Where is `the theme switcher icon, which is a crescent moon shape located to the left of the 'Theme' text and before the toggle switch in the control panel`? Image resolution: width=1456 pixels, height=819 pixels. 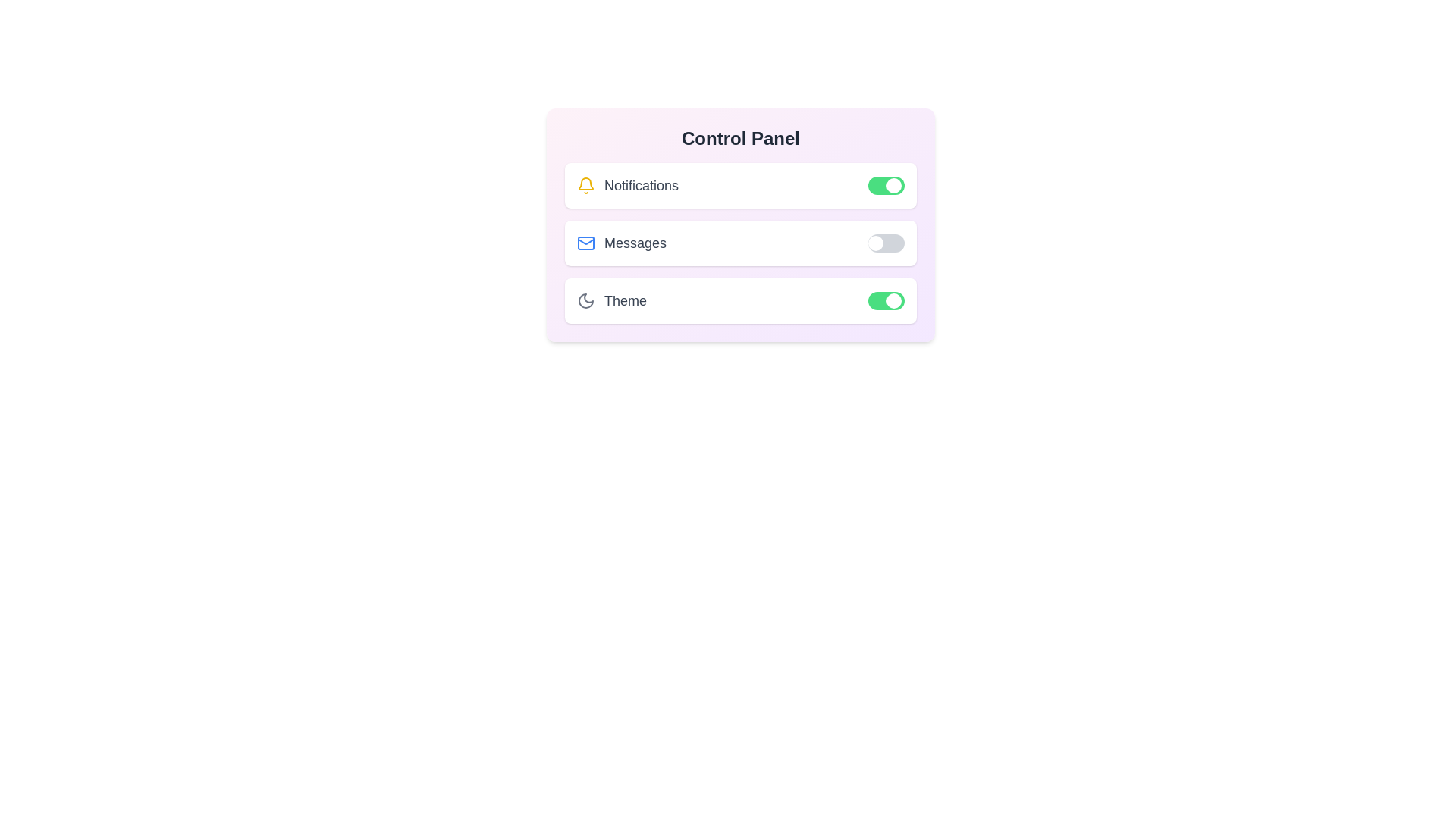
the theme switcher icon, which is a crescent moon shape located to the left of the 'Theme' text and before the toggle switch in the control panel is located at coordinates (585, 301).